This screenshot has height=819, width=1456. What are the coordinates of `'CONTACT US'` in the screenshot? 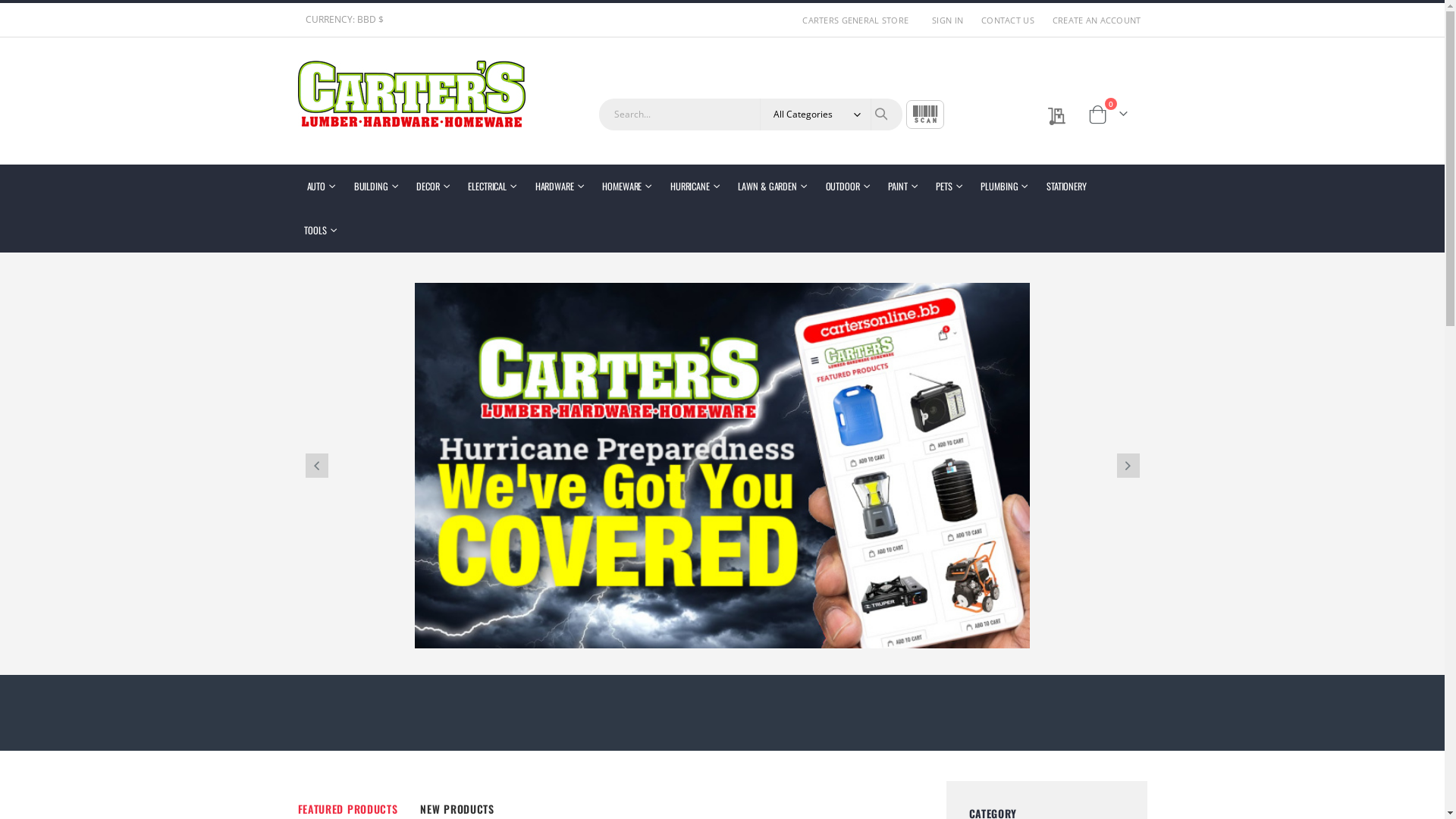 It's located at (1004, 20).